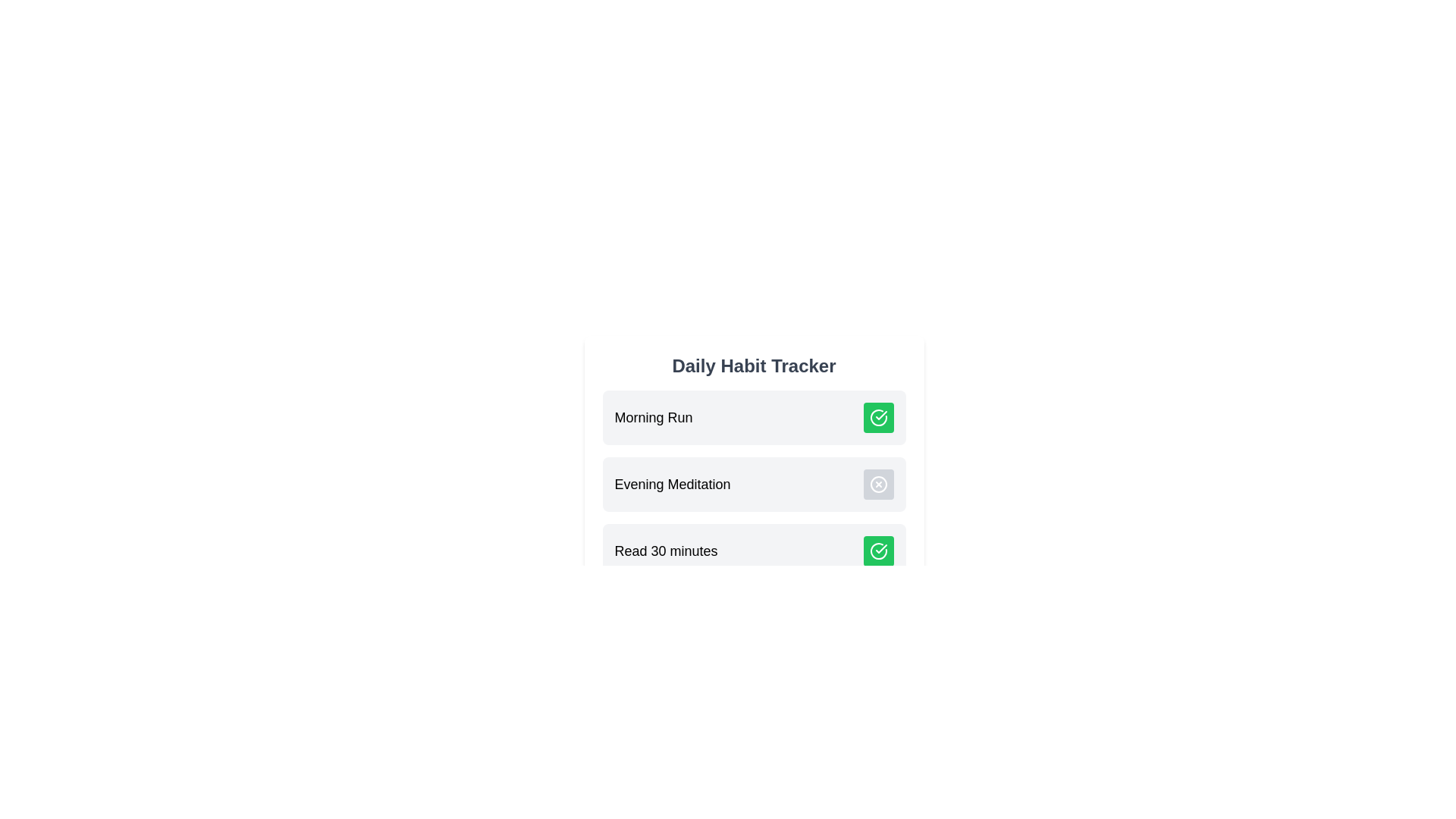  What do you see at coordinates (878, 551) in the screenshot?
I see `the button located to the far right of the 'Read 30 minutes' row to mark the task as done` at bounding box center [878, 551].